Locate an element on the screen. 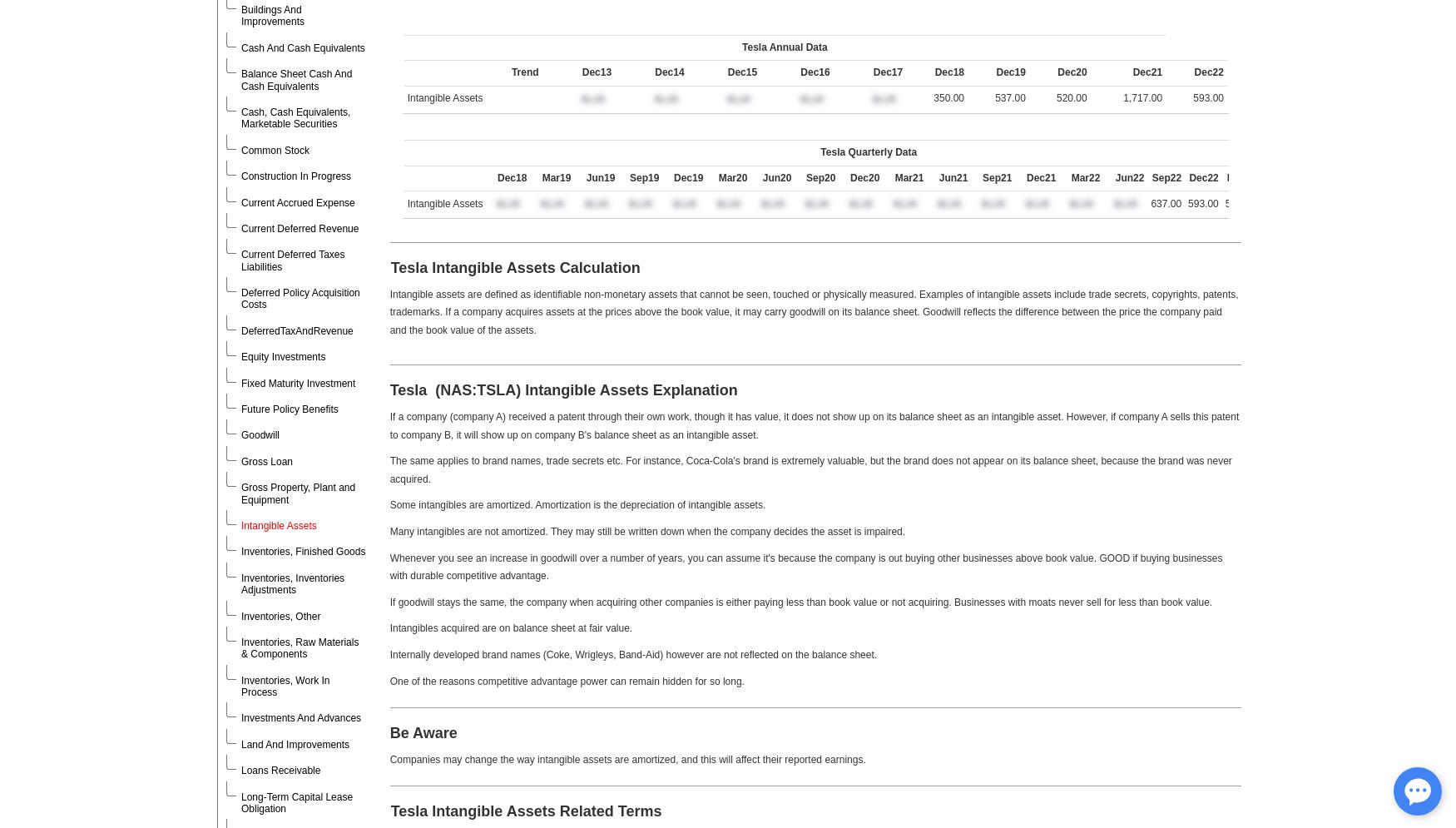 This screenshot has width=1456, height=828. 'Tesla Quarterly Data' is located at coordinates (868, 151).